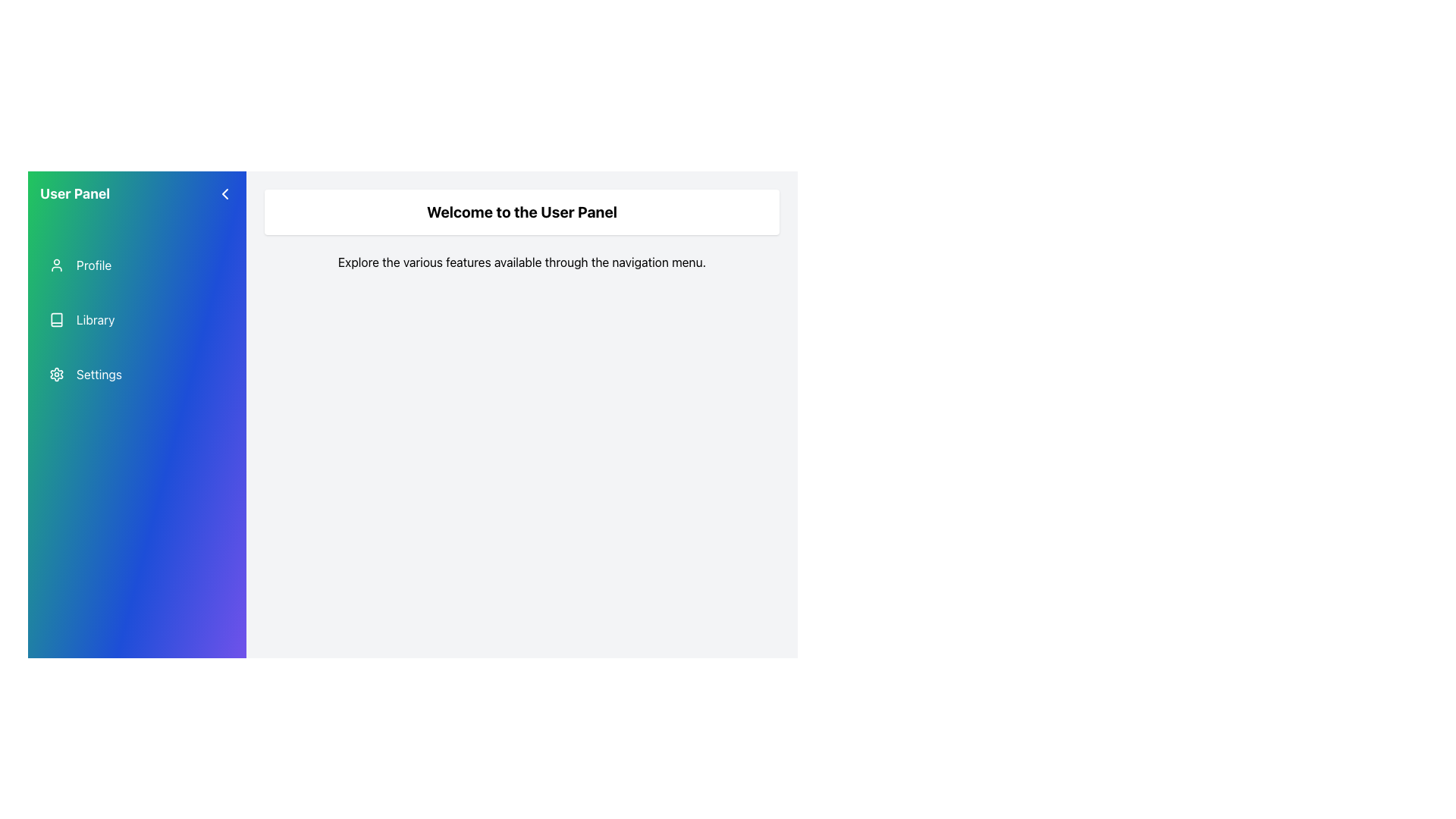 Image resolution: width=1456 pixels, height=819 pixels. I want to click on the second item in the navigation menu of the 'User Panel' side panel, so click(137, 304).